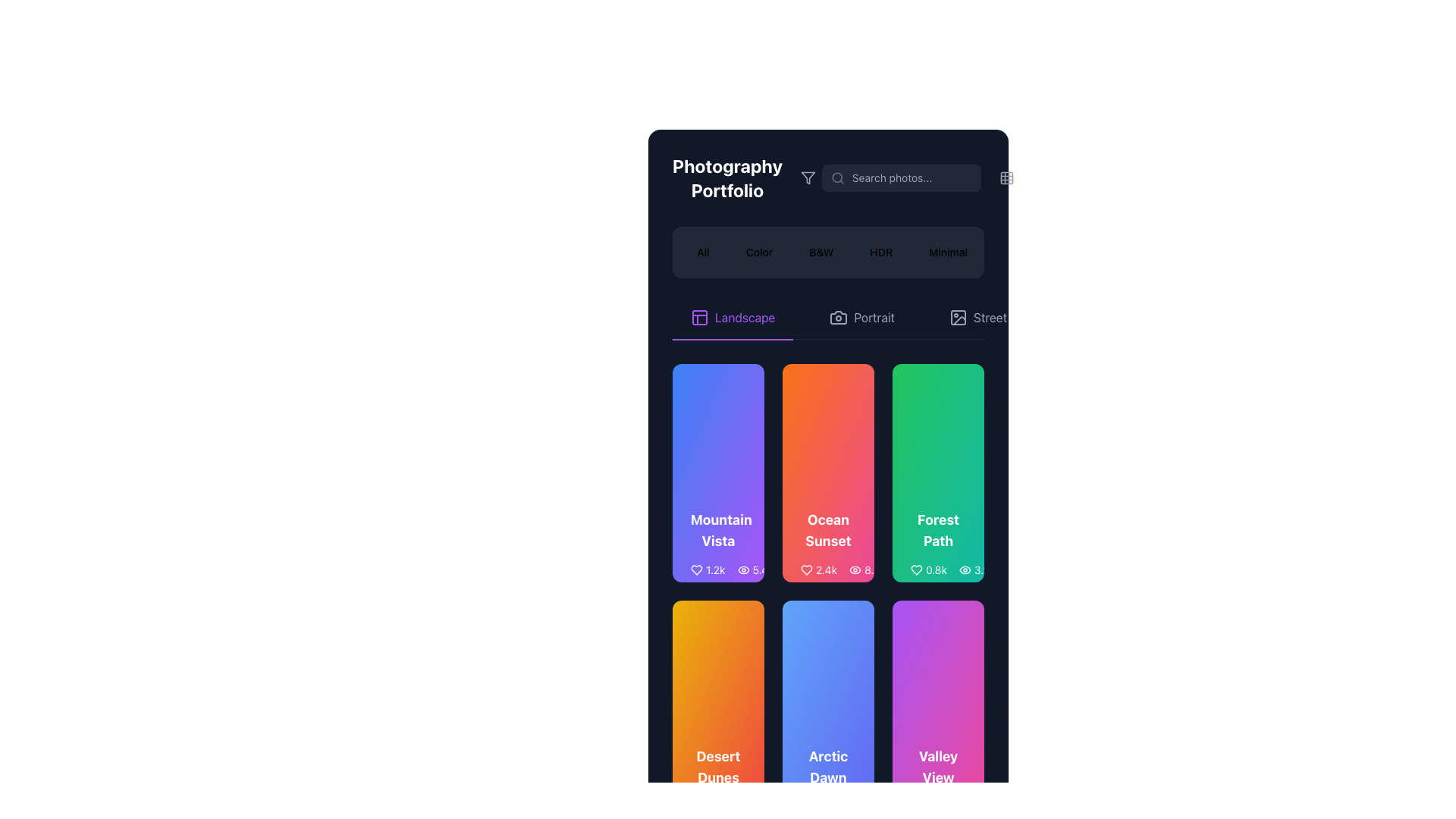 The width and height of the screenshot is (1456, 819). I want to click on the 'Landscape' tab in the Category Selector, so click(827, 317).